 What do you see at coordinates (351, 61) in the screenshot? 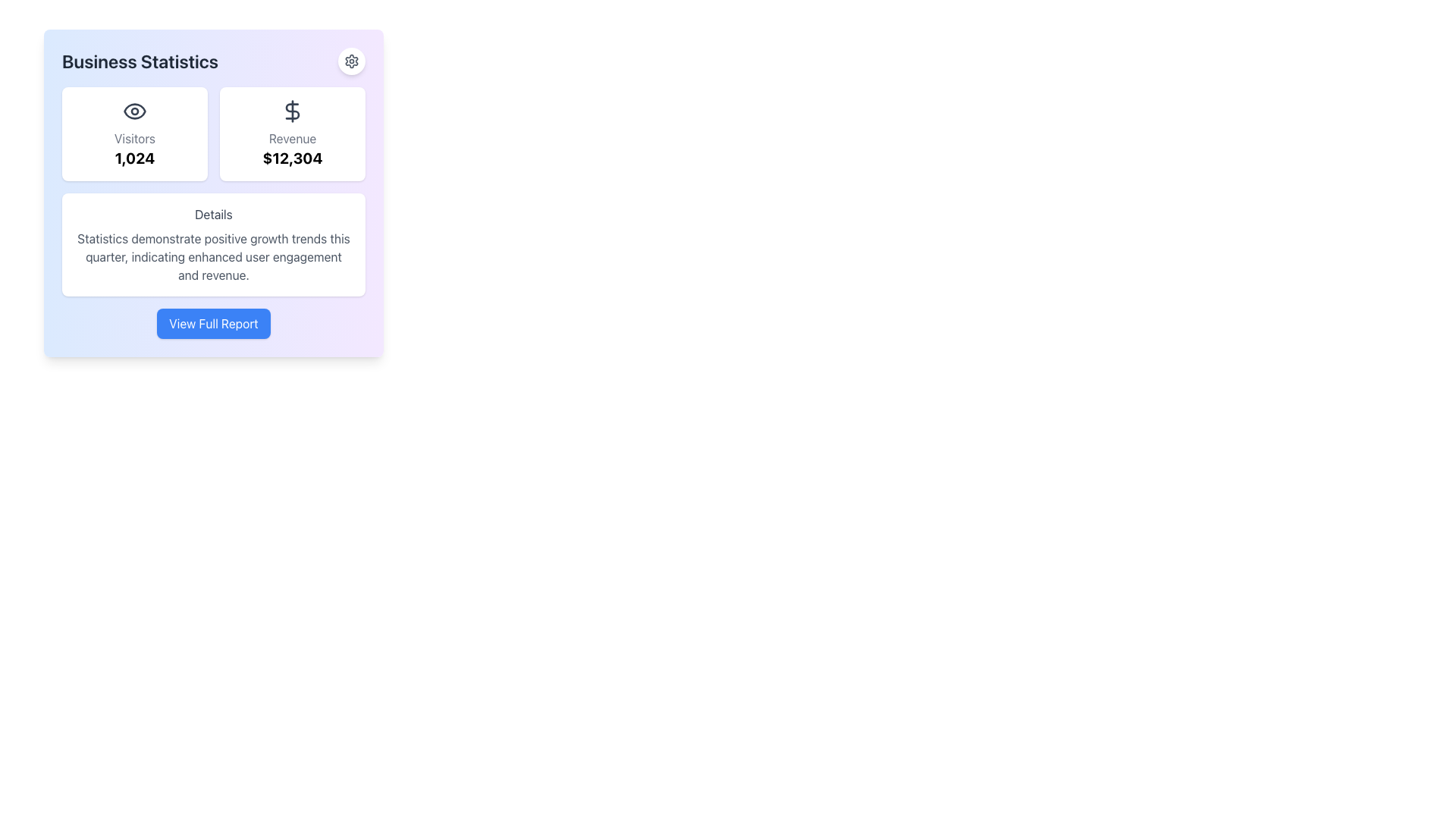
I see `the gear-like icon button in the top-right corner of the 'Business Statistics' card to invoke associated settings` at bounding box center [351, 61].